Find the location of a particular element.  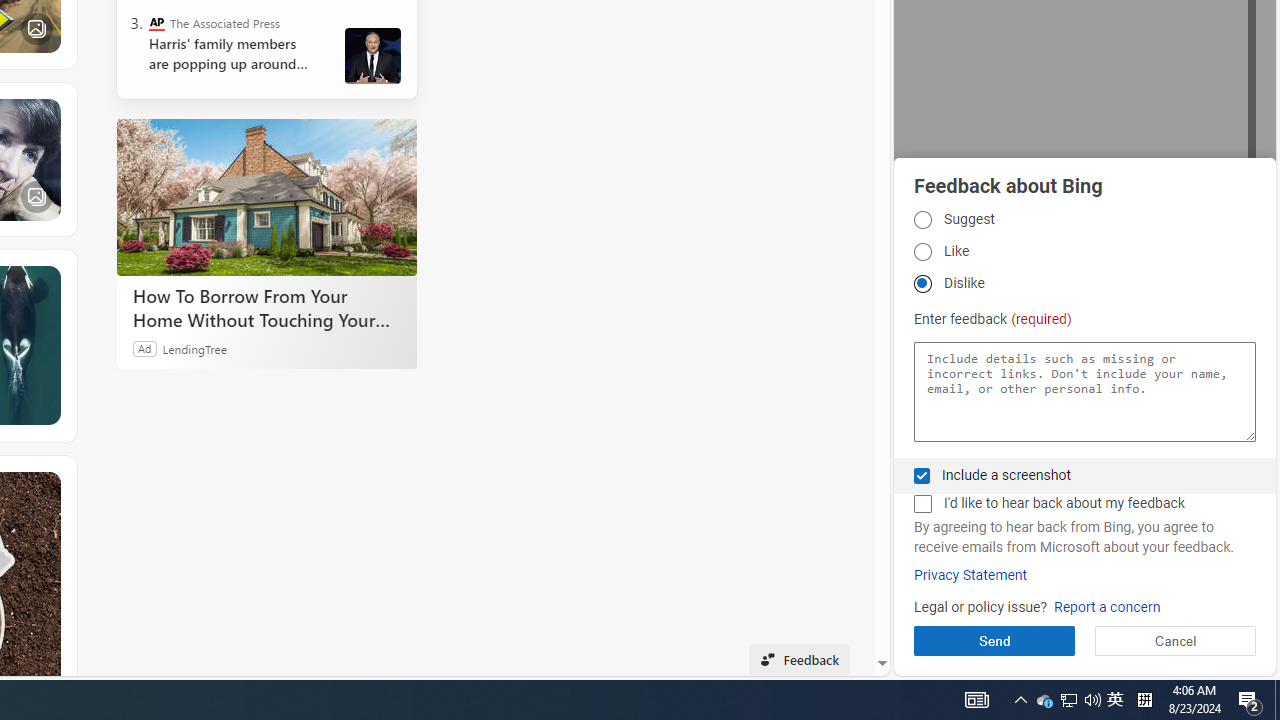

'Cancel' is located at coordinates (1175, 640).